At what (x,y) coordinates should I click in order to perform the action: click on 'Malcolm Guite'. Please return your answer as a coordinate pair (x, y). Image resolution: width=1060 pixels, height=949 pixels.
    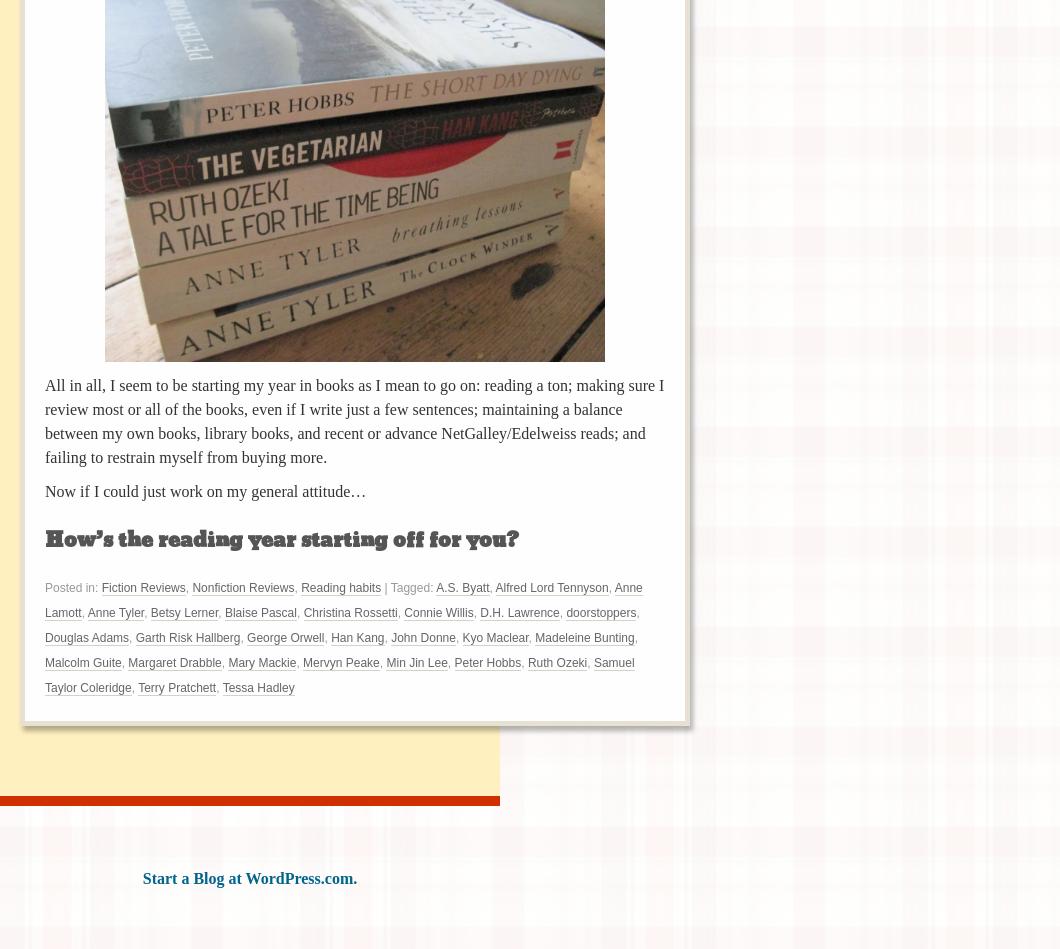
    Looking at the image, I should click on (45, 662).